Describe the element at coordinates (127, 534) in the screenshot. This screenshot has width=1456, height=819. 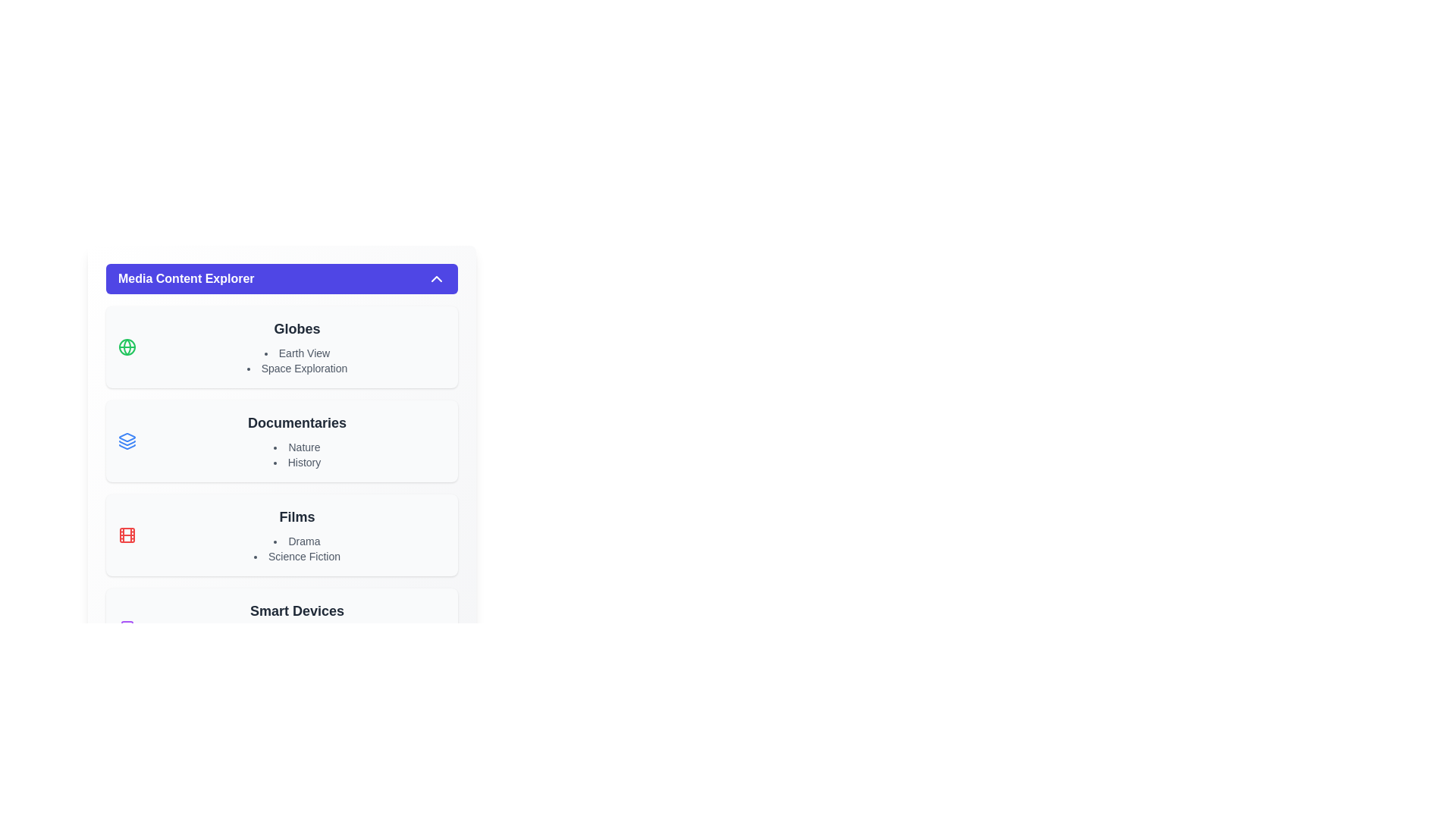
I see `the red rectangle with rounded corners located in the 'Films' section, which is part of the filmstrip icon to the left of the text 'Films'` at that location.